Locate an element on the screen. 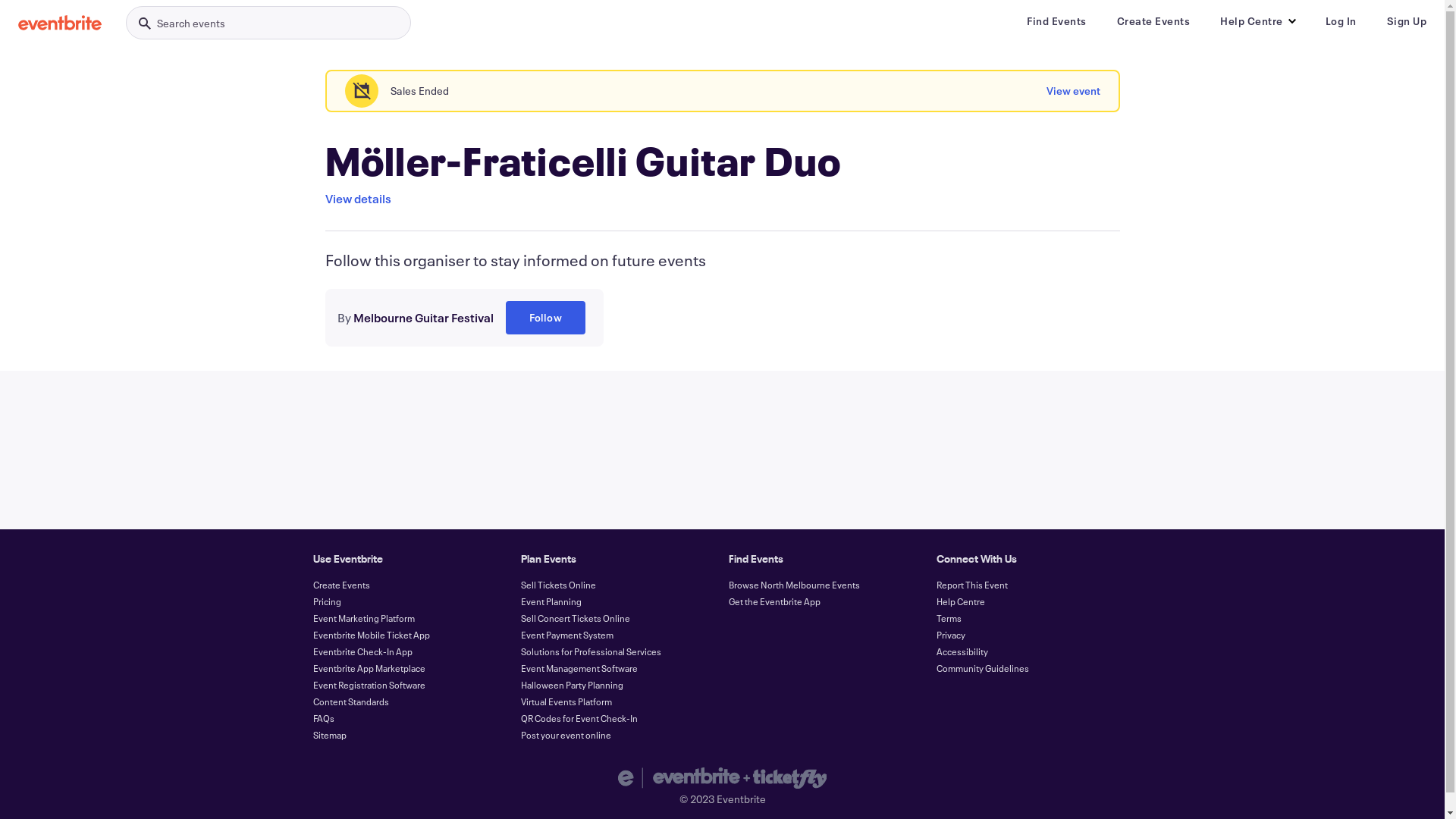 The image size is (1456, 819). 'Eventbrite App Marketplace' is located at coordinates (368, 667).